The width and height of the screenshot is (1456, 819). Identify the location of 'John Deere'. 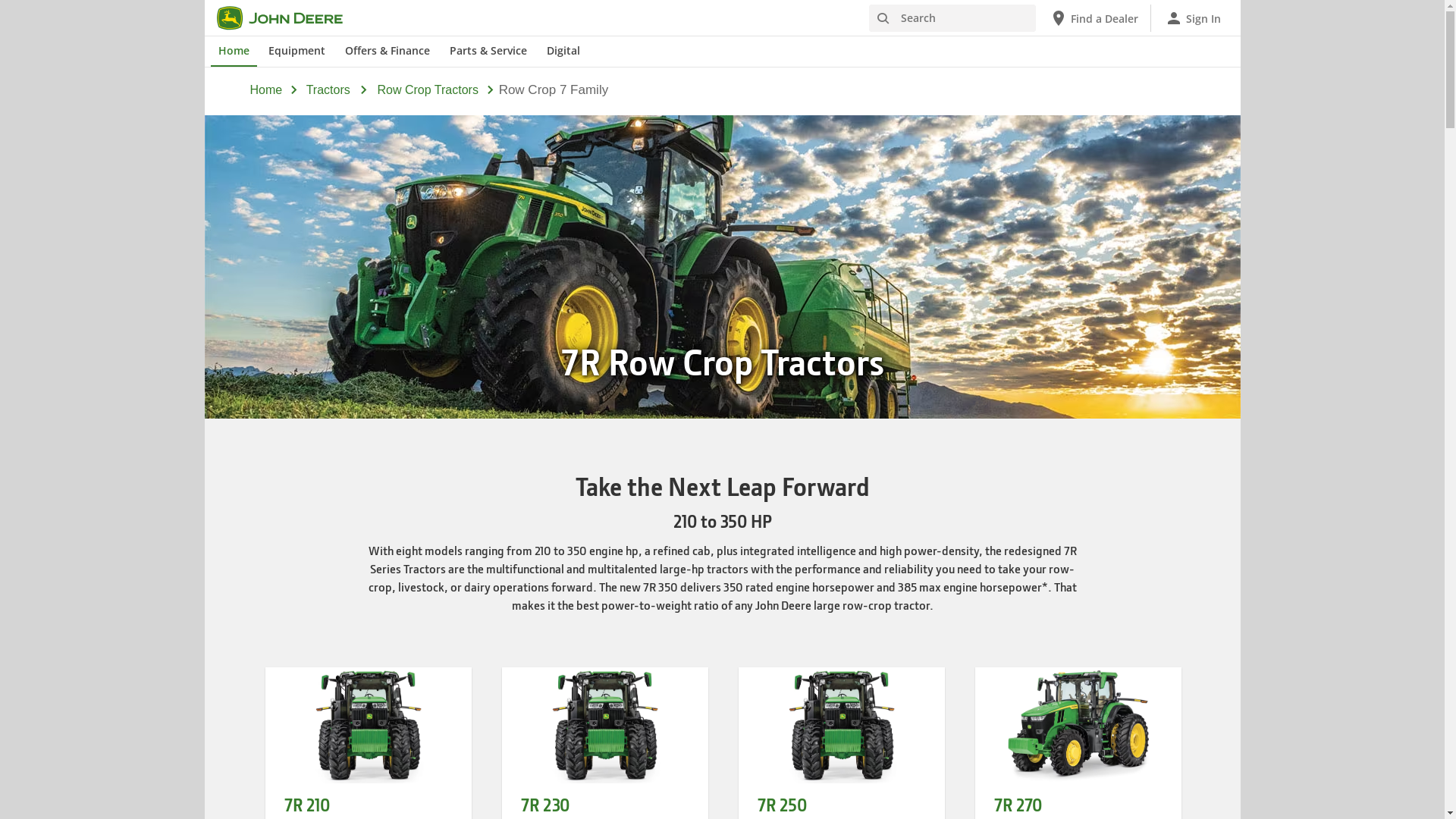
(288, 17).